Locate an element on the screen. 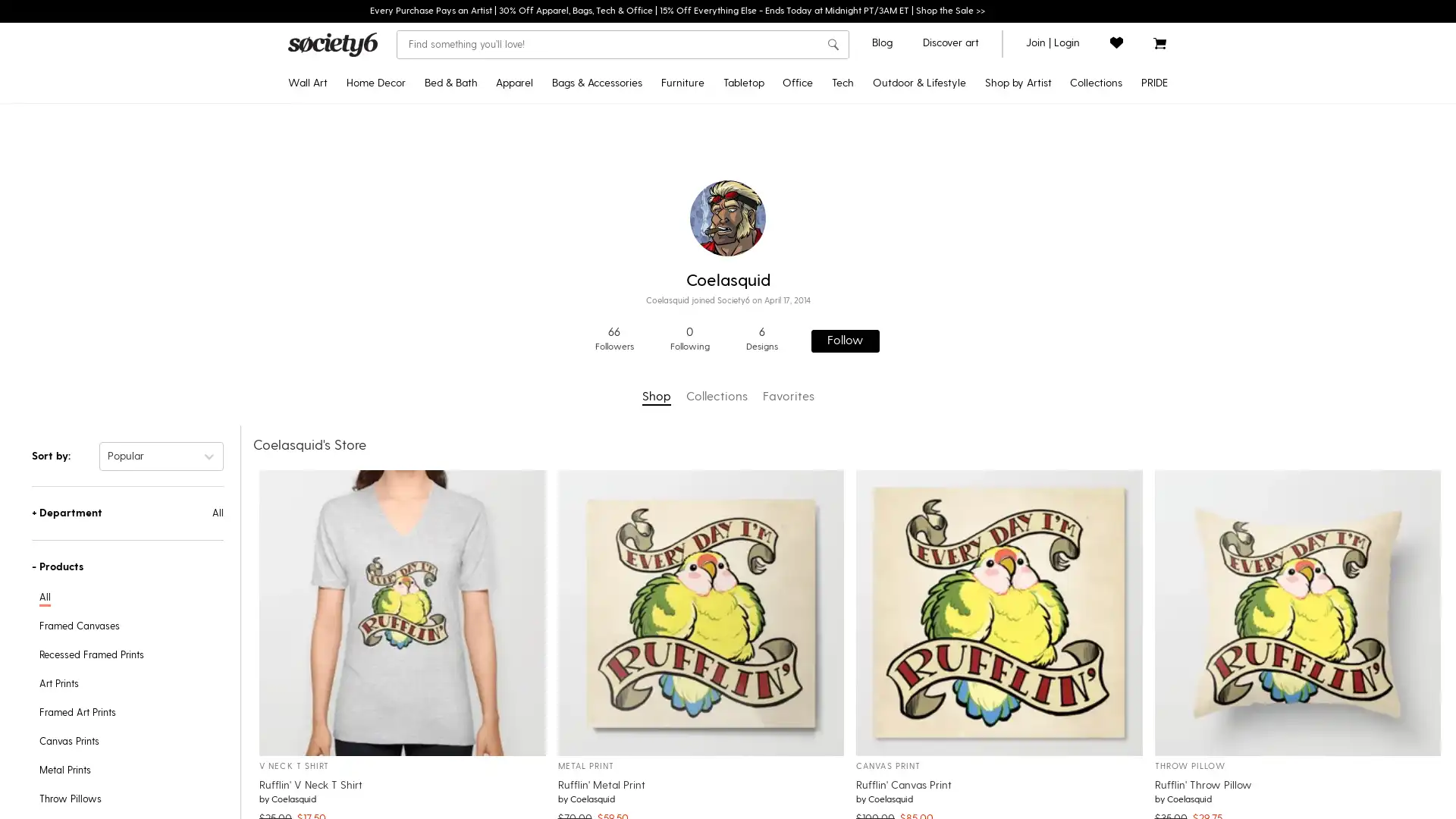  Sling Chairs is located at coordinates (939, 391).